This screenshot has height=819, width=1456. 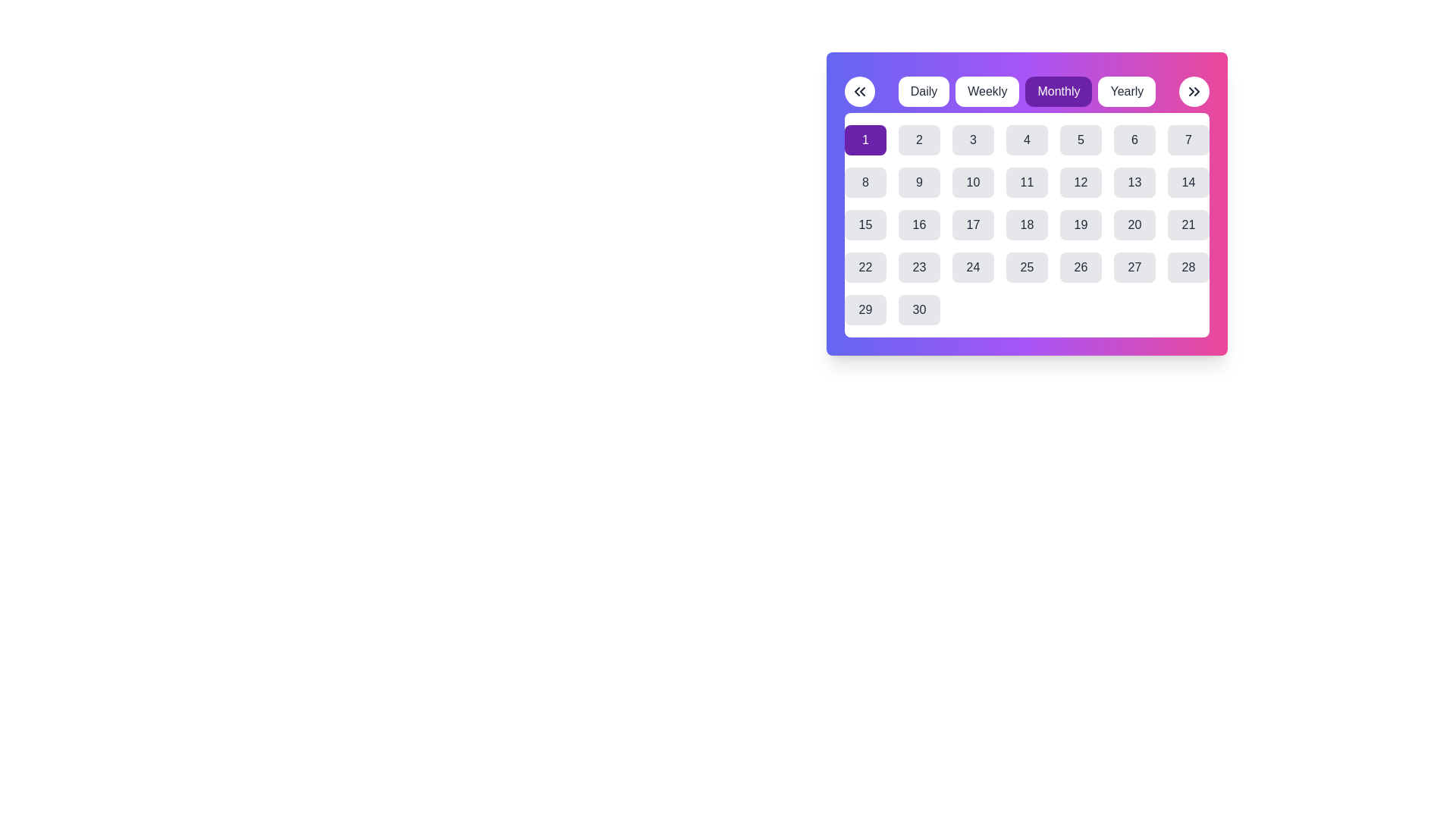 I want to click on the date button '13' in the calendar interface, so click(x=1134, y=181).